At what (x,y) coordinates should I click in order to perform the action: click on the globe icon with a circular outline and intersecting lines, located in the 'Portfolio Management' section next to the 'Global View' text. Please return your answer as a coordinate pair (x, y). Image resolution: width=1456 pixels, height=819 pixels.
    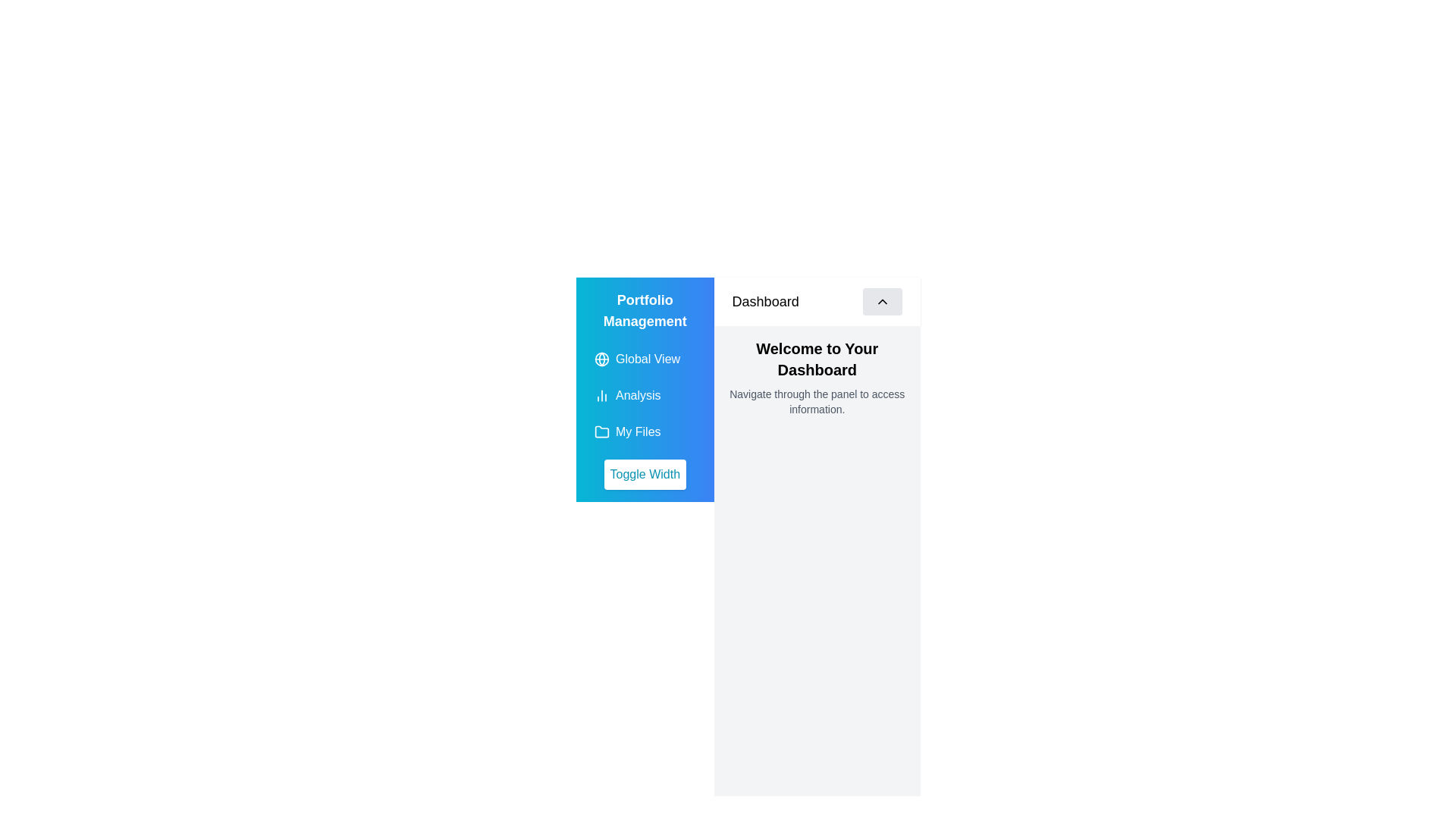
    Looking at the image, I should click on (601, 359).